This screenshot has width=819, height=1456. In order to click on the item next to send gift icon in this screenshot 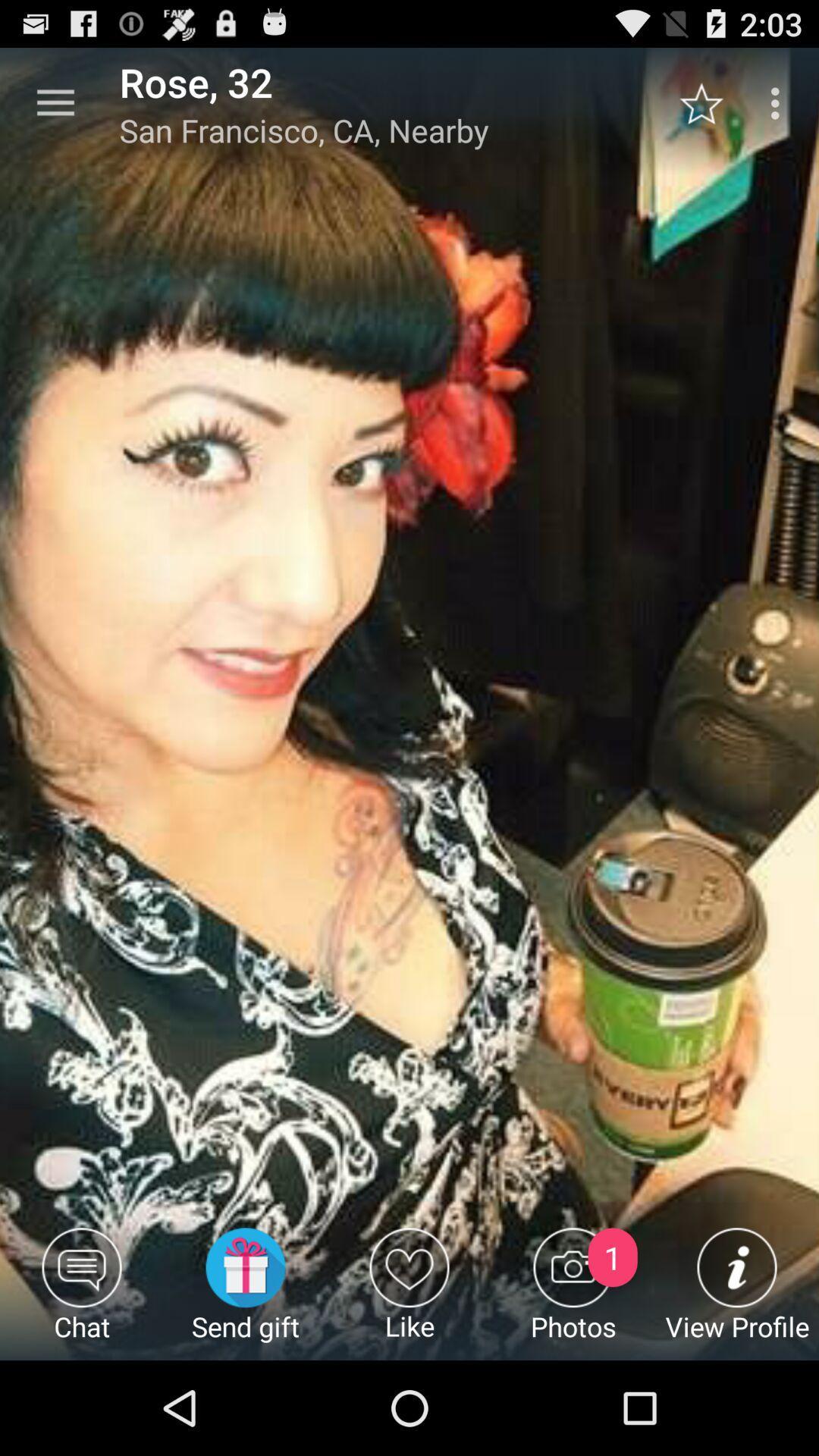, I will do `click(82, 1293)`.